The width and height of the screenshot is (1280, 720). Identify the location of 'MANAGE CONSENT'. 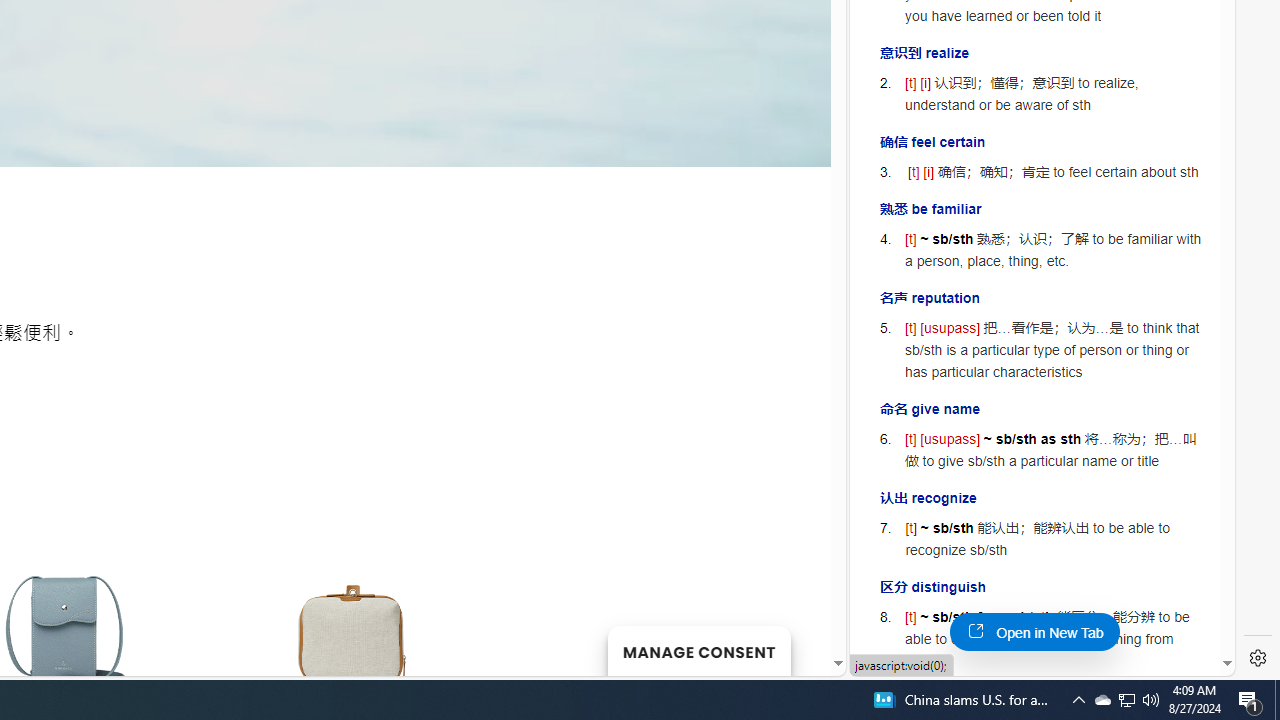
(698, 650).